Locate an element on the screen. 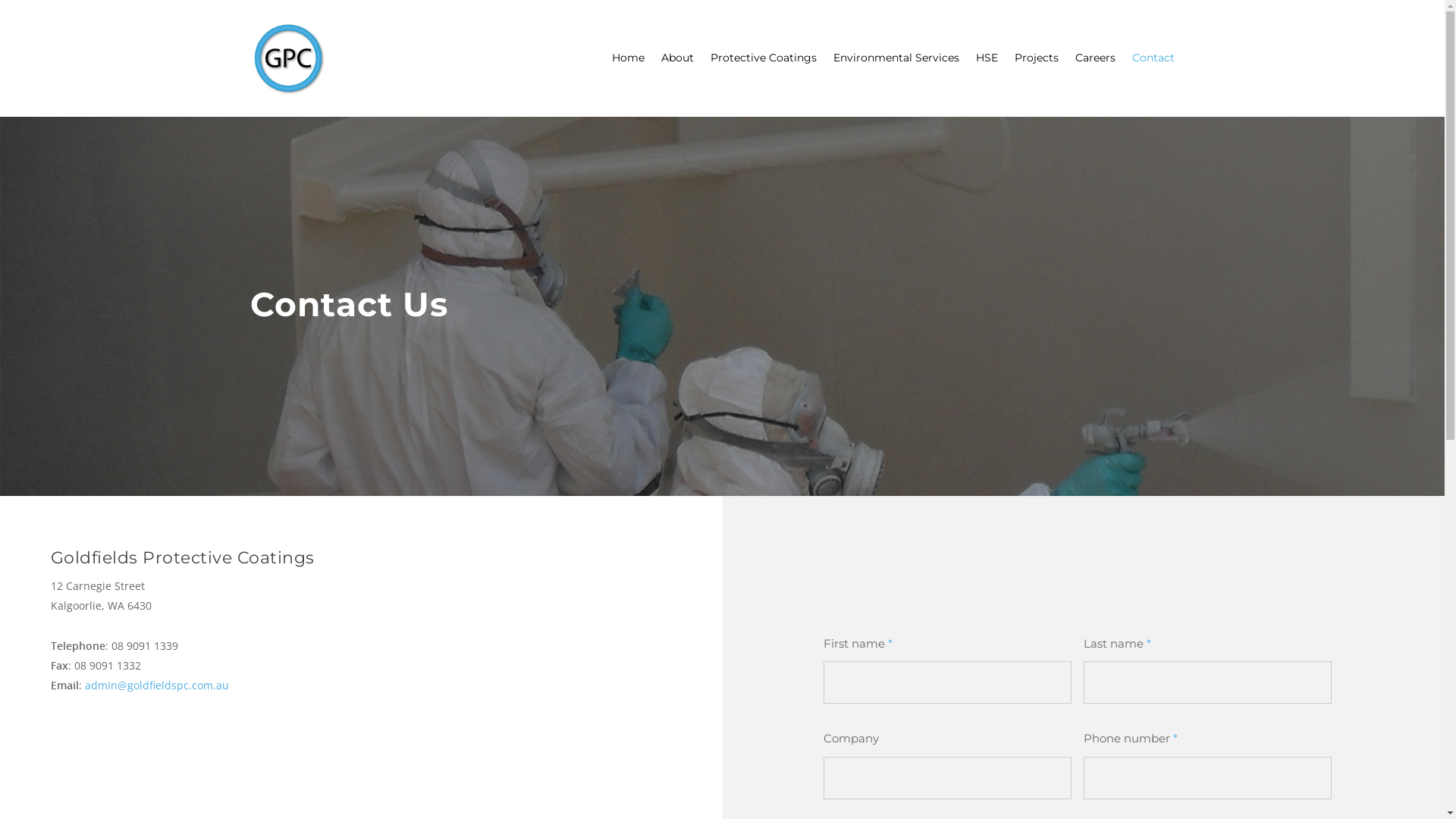  'Contact' is located at coordinates (1153, 69).